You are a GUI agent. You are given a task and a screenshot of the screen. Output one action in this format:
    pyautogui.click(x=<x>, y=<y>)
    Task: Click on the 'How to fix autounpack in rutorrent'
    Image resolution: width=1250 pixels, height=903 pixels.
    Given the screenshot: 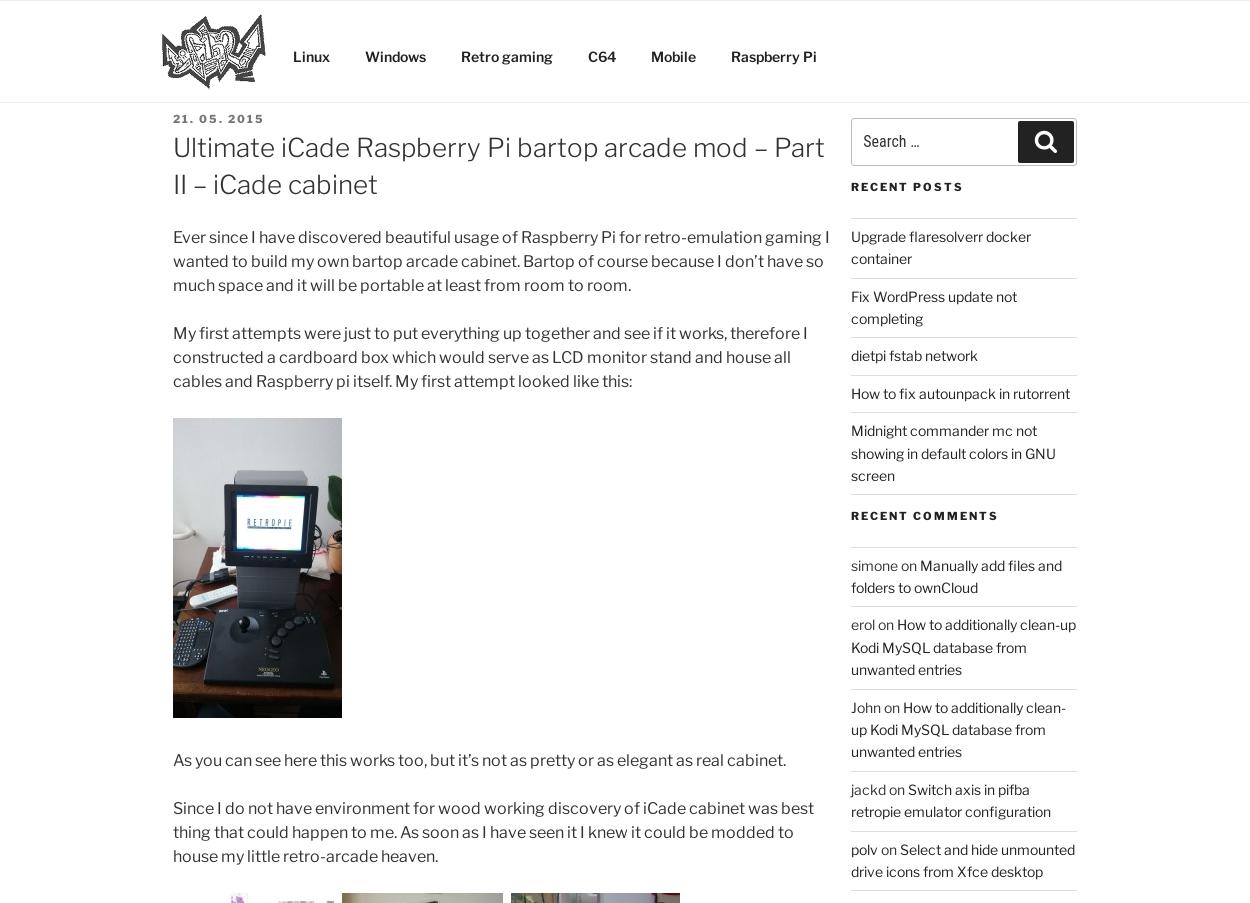 What is the action you would take?
    pyautogui.click(x=959, y=391)
    